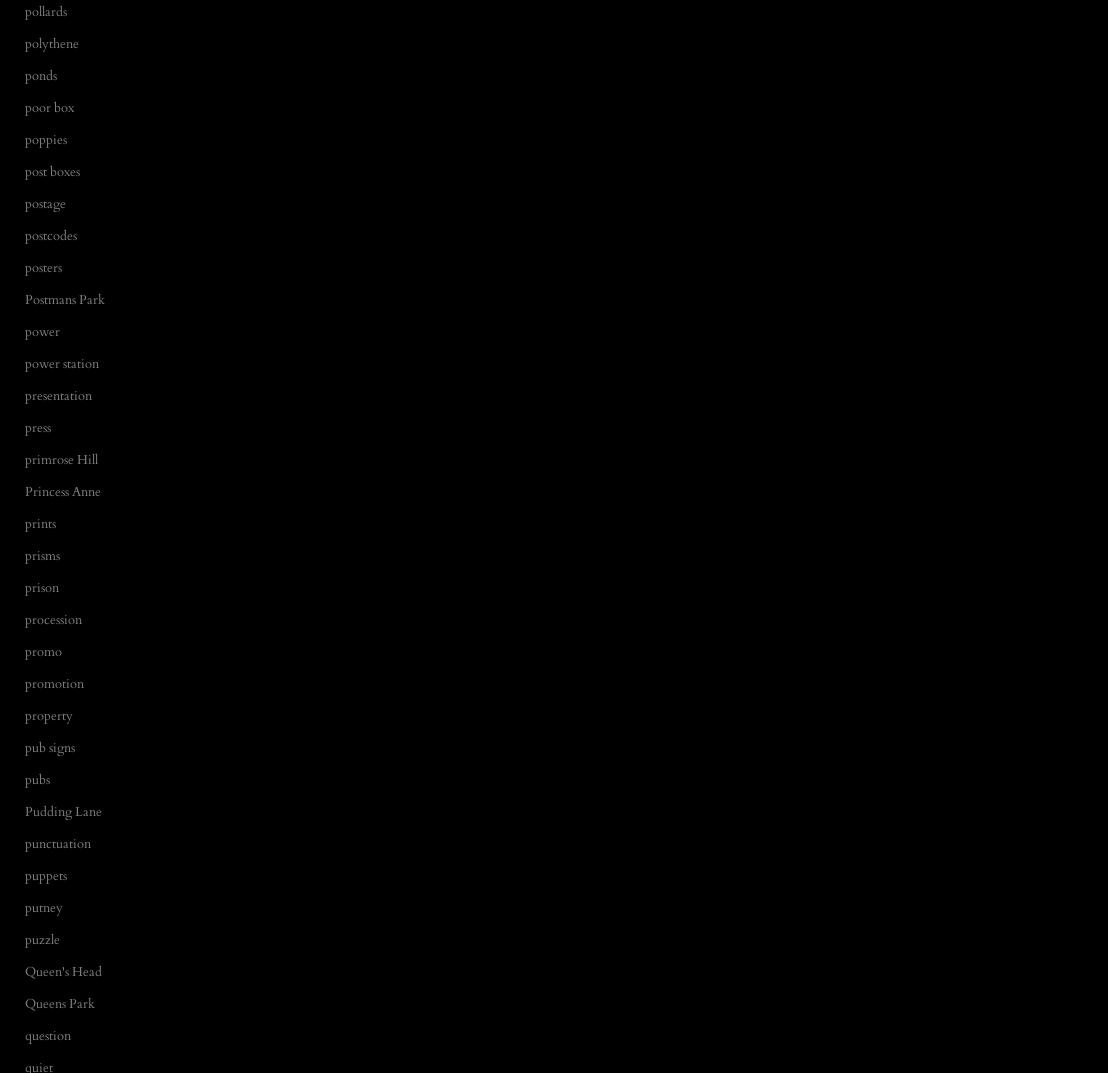  What do you see at coordinates (25, 203) in the screenshot?
I see `'postage'` at bounding box center [25, 203].